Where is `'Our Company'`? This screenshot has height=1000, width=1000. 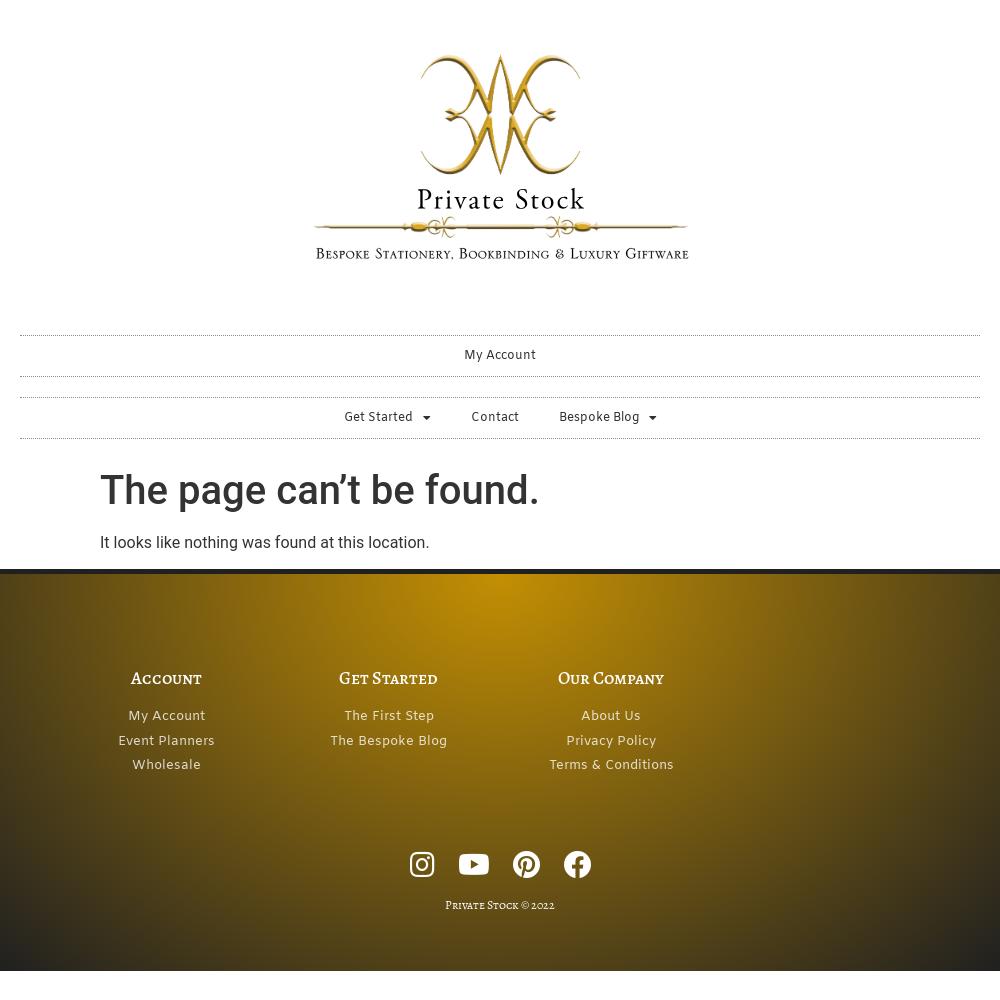
'Our Company' is located at coordinates (610, 678).